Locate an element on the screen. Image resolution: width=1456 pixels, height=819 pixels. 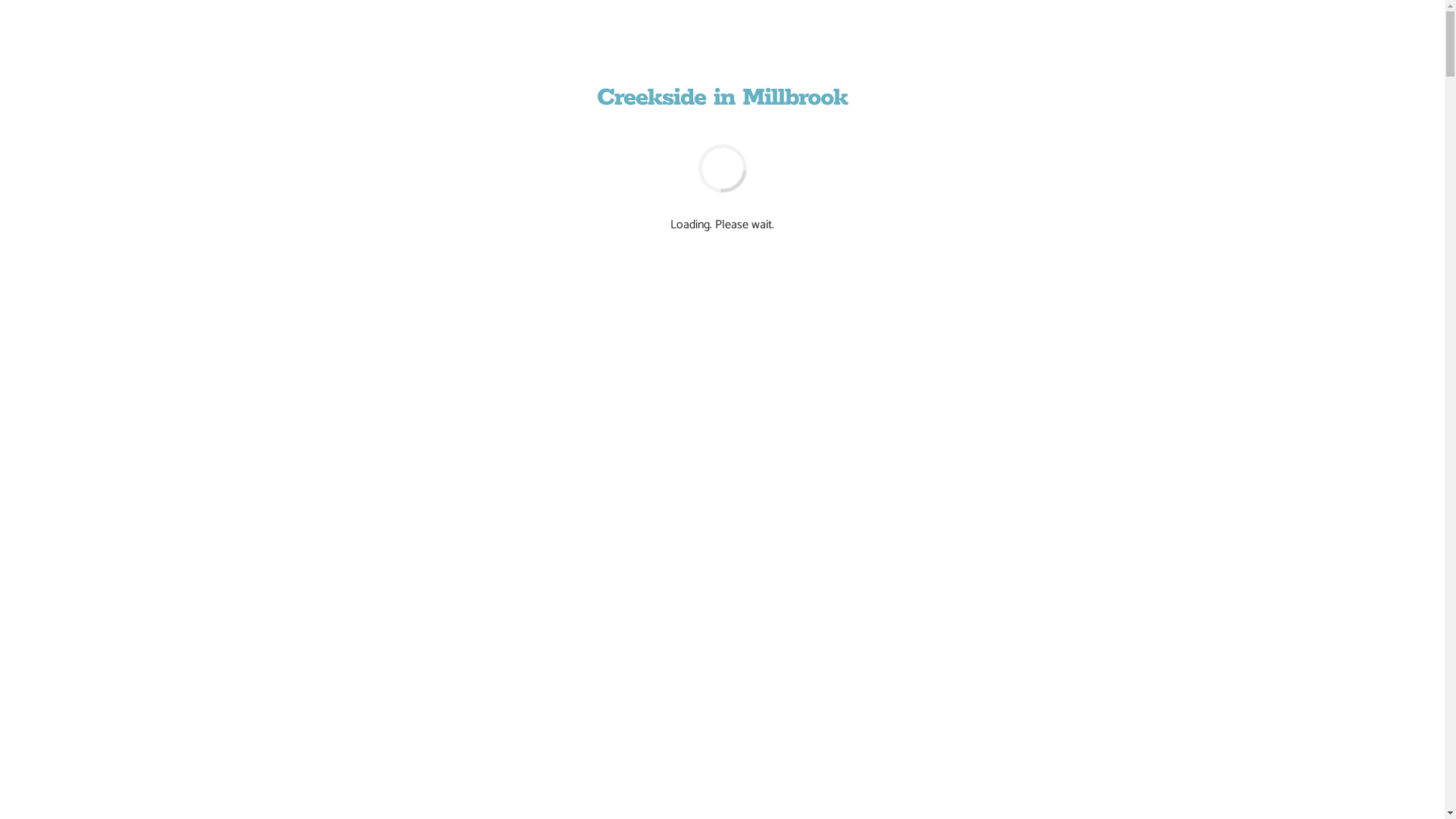
'CONTACT US' is located at coordinates (759, 605).